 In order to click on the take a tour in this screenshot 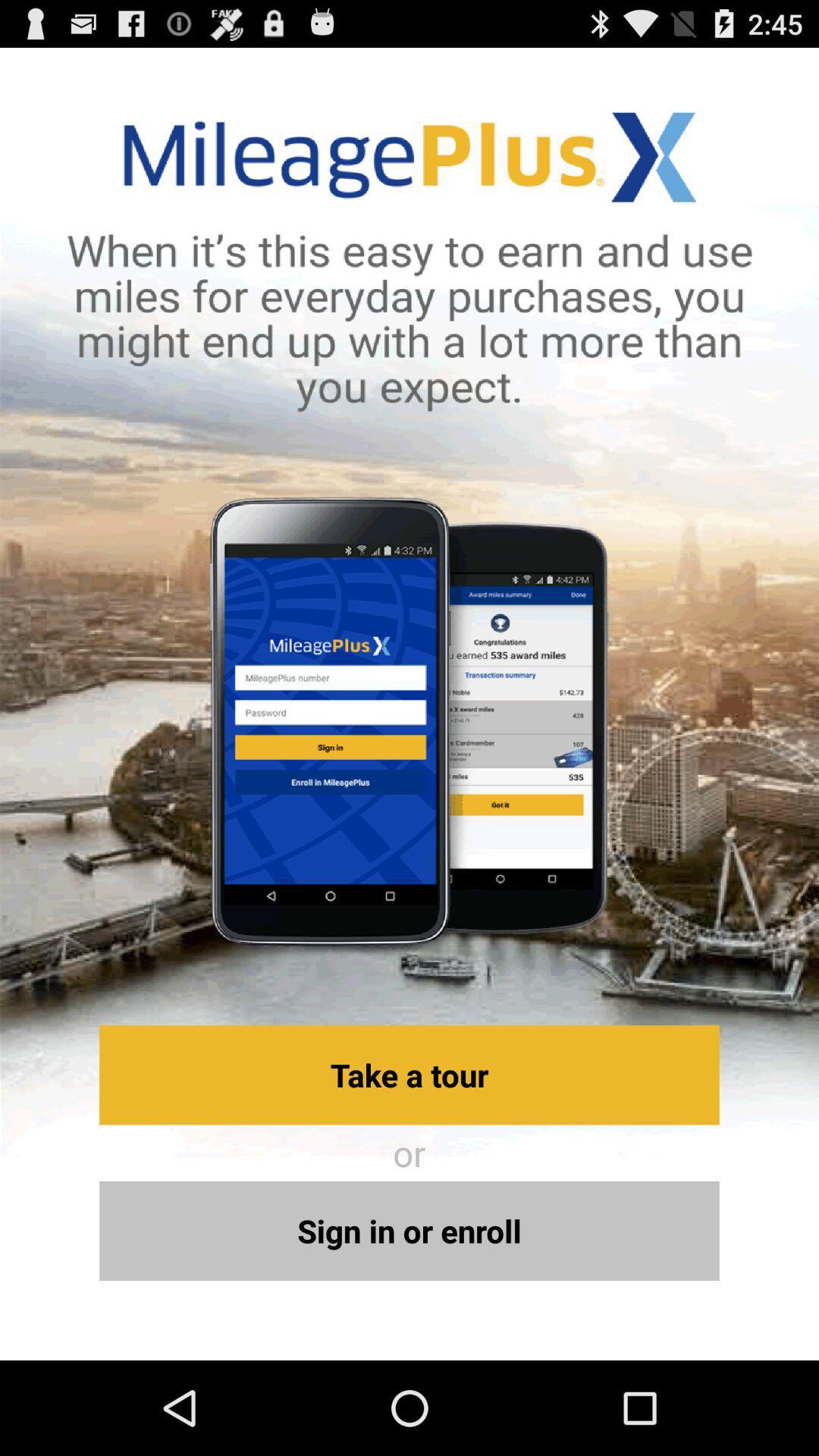, I will do `click(409, 1074)`.